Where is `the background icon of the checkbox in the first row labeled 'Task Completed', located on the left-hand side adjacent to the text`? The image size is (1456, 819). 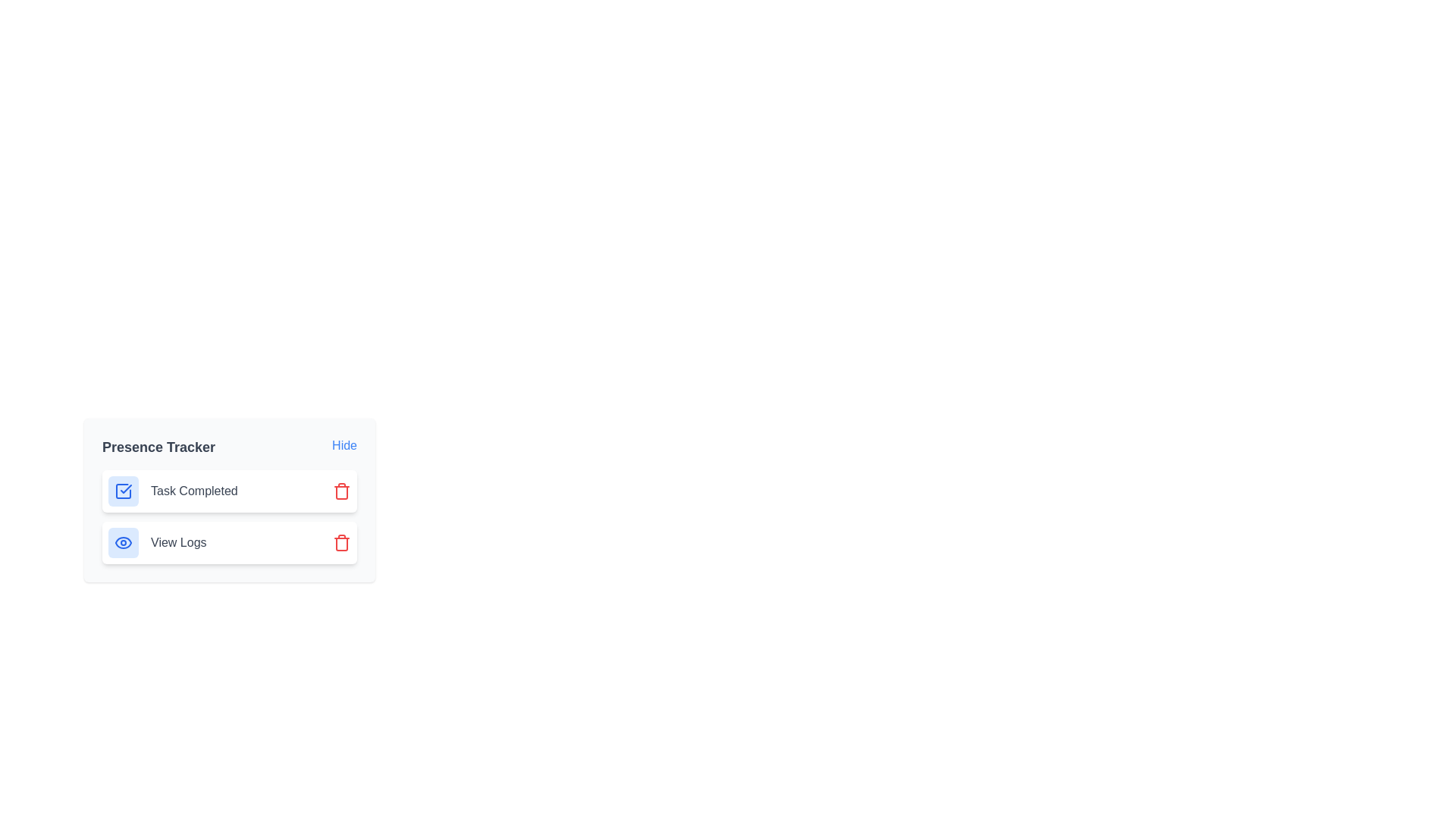
the background icon of the checkbox in the first row labeled 'Task Completed', located on the left-hand side adjacent to the text is located at coordinates (124, 491).